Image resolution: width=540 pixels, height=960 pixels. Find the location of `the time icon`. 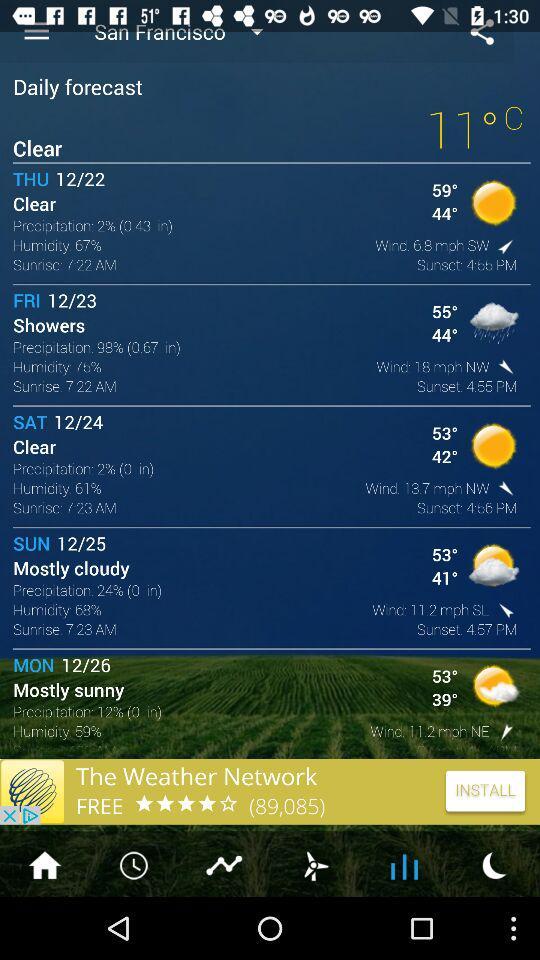

the time icon is located at coordinates (135, 925).